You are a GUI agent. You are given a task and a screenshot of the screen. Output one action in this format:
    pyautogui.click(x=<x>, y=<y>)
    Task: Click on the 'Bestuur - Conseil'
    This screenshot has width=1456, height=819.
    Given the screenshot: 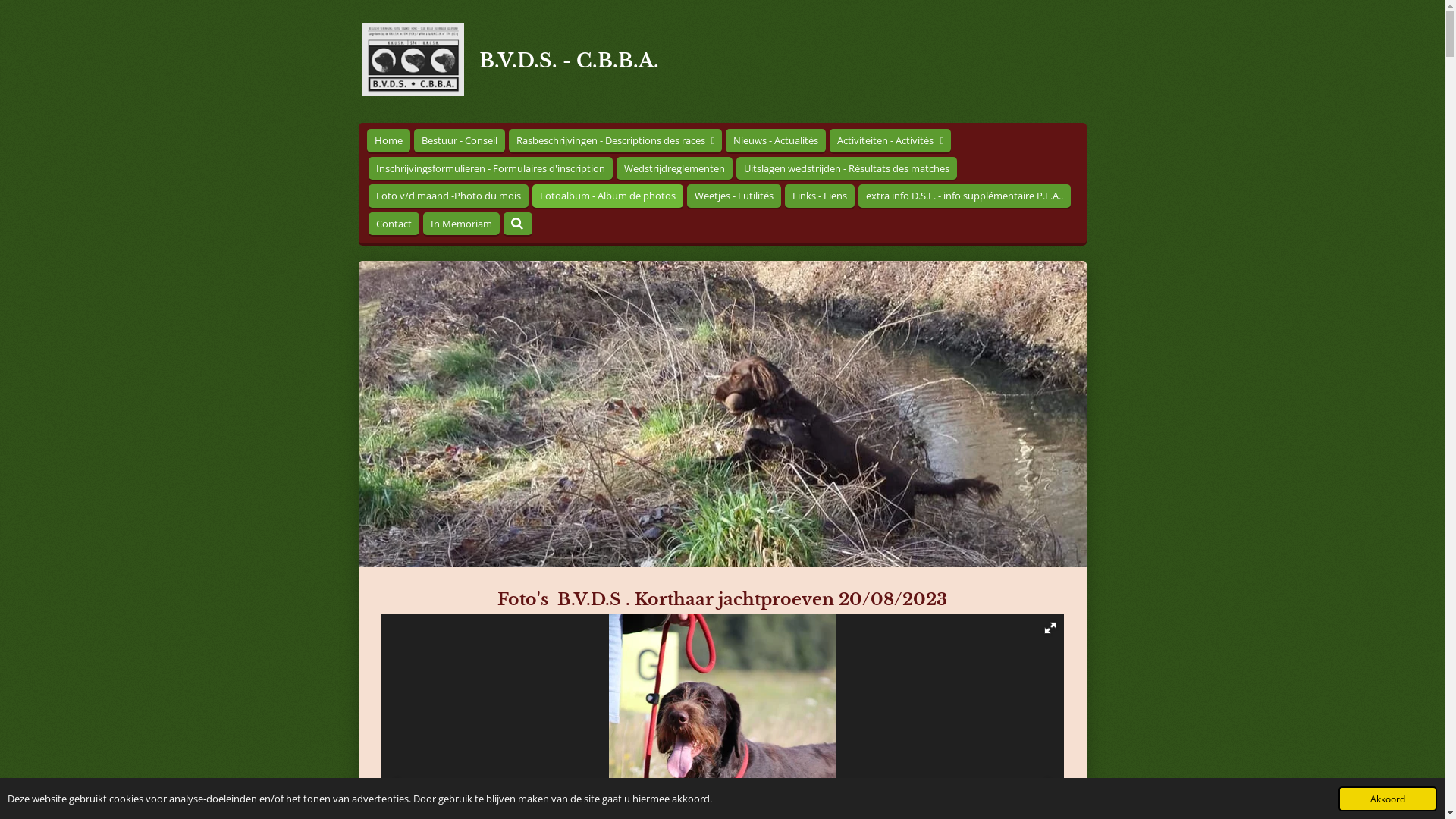 What is the action you would take?
    pyautogui.click(x=414, y=140)
    